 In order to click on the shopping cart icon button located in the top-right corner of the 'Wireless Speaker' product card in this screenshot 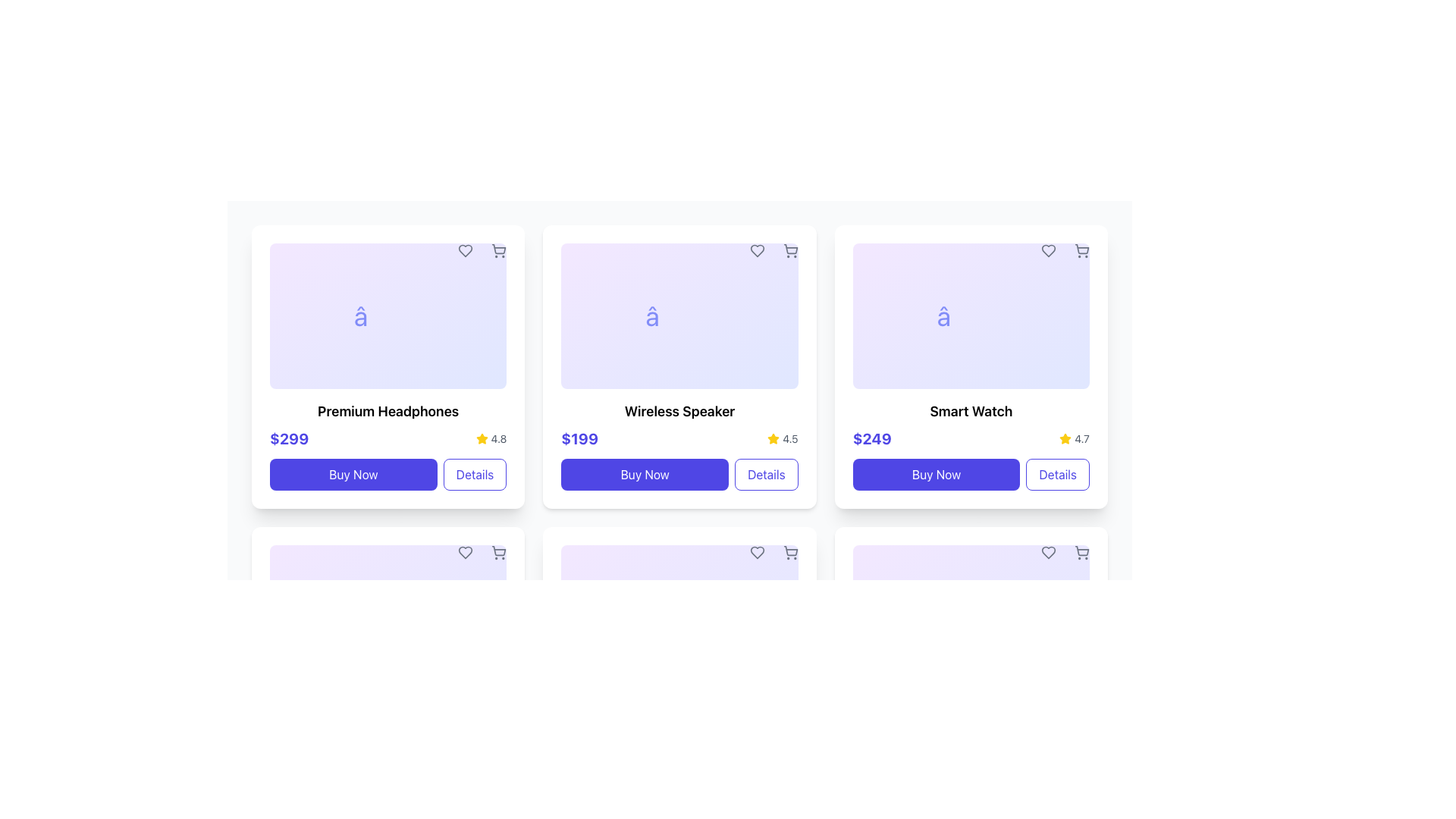, I will do `click(789, 250)`.